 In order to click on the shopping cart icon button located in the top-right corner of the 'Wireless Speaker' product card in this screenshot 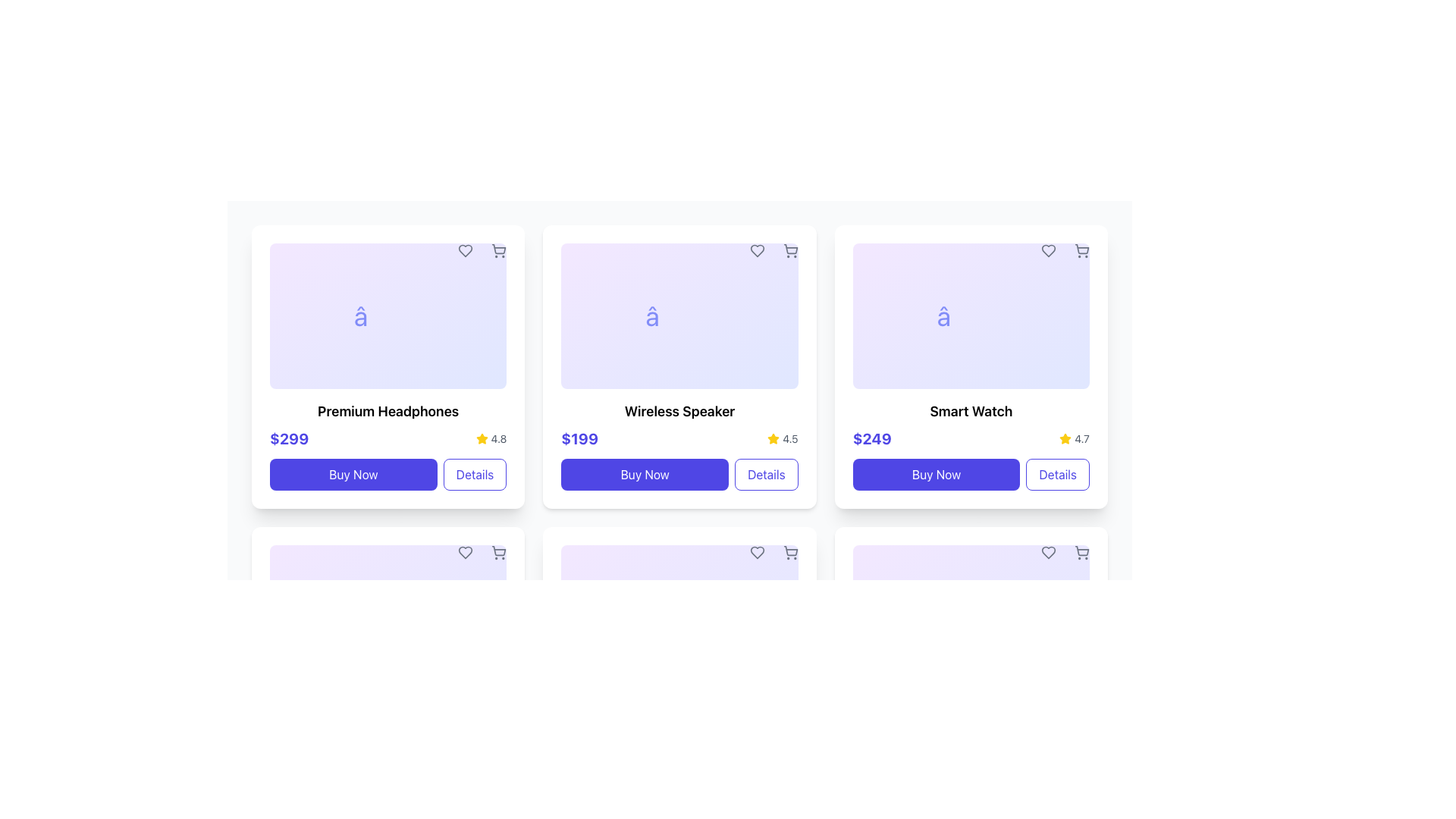, I will do `click(789, 250)`.